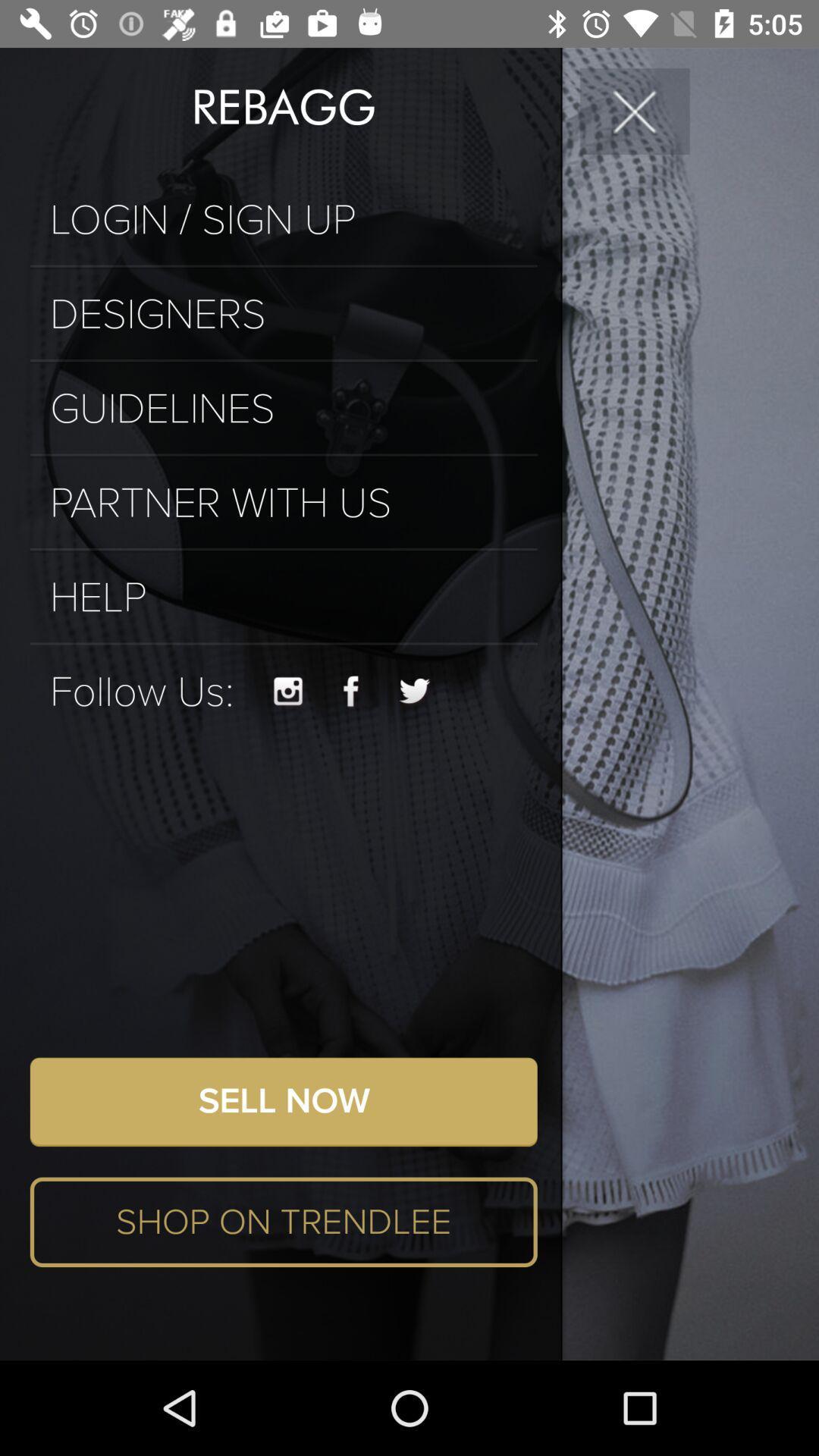 The height and width of the screenshot is (1456, 819). I want to click on the item above the sell now item, so click(415, 691).